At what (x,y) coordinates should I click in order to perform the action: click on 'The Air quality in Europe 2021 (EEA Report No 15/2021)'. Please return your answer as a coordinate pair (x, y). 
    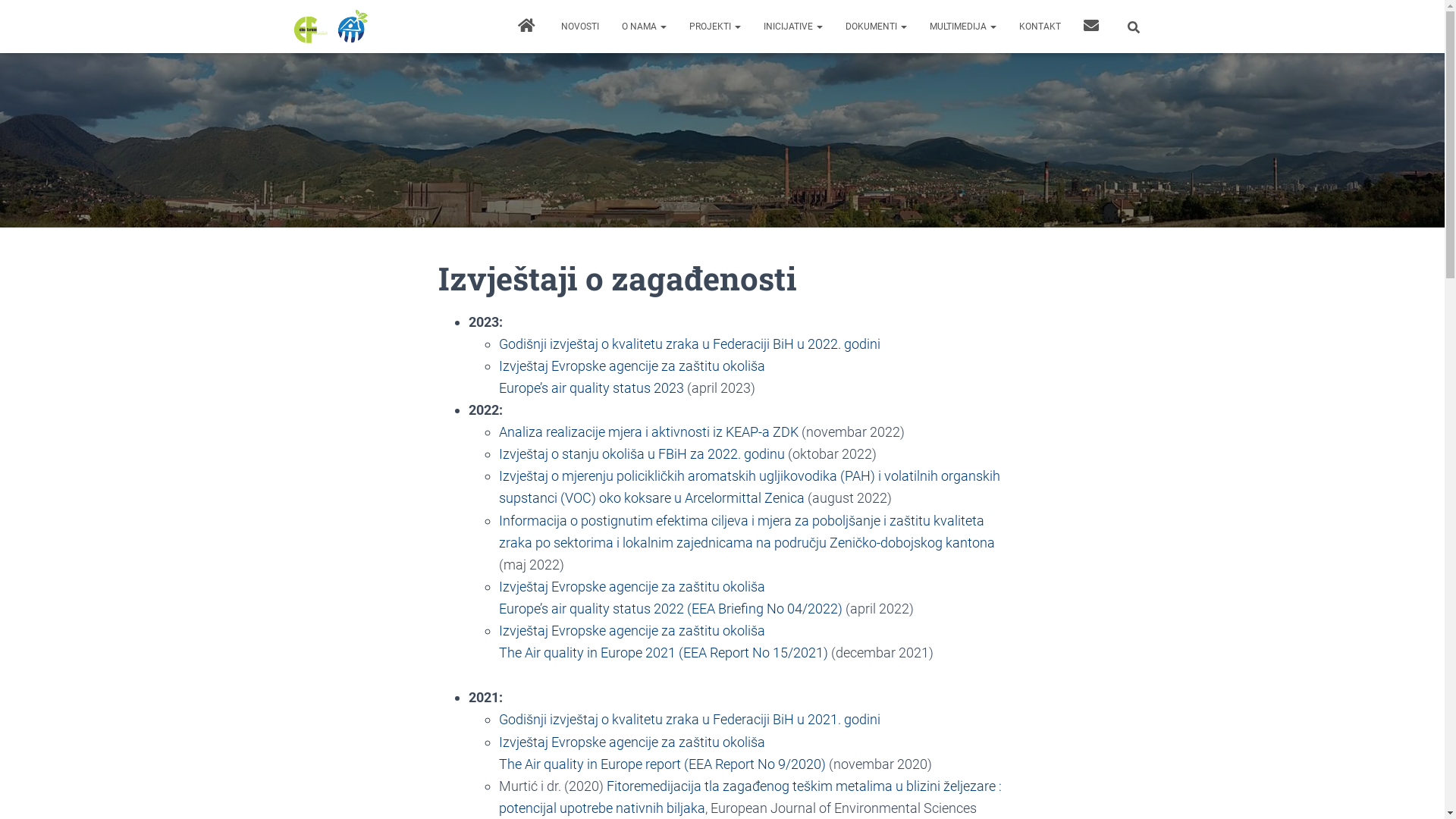
    Looking at the image, I should click on (498, 651).